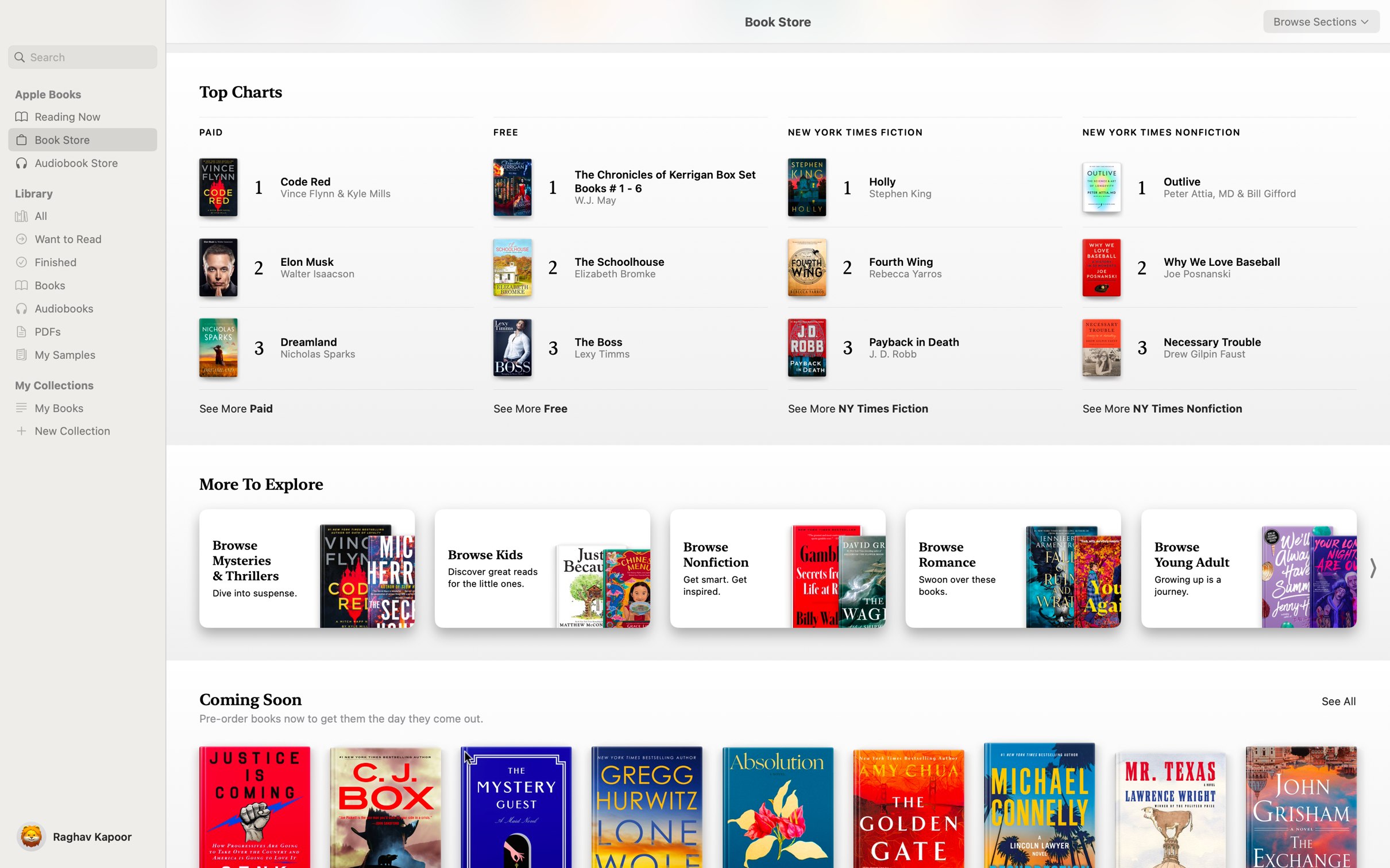 This screenshot has height=868, width=1390. I want to click on Browse Sci-fi books from top right dropdown, so click(1321, 21).